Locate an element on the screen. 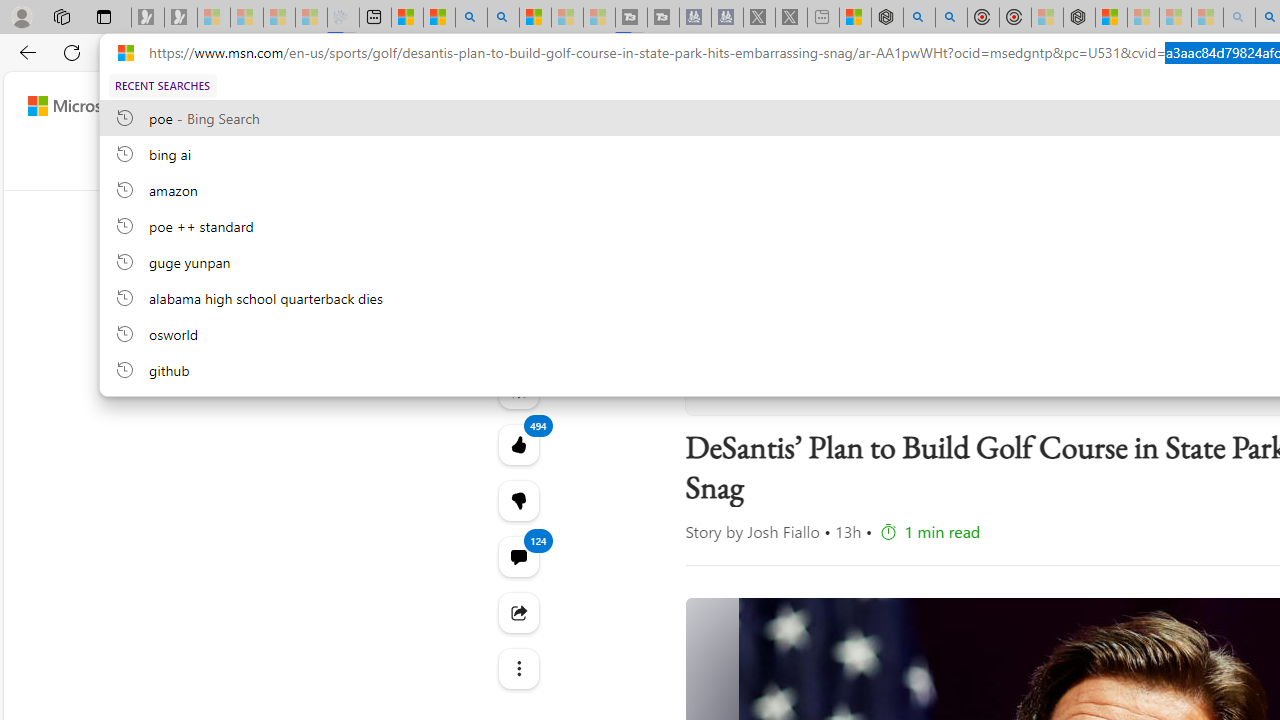  'Skip to footer' is located at coordinates (81, 105).